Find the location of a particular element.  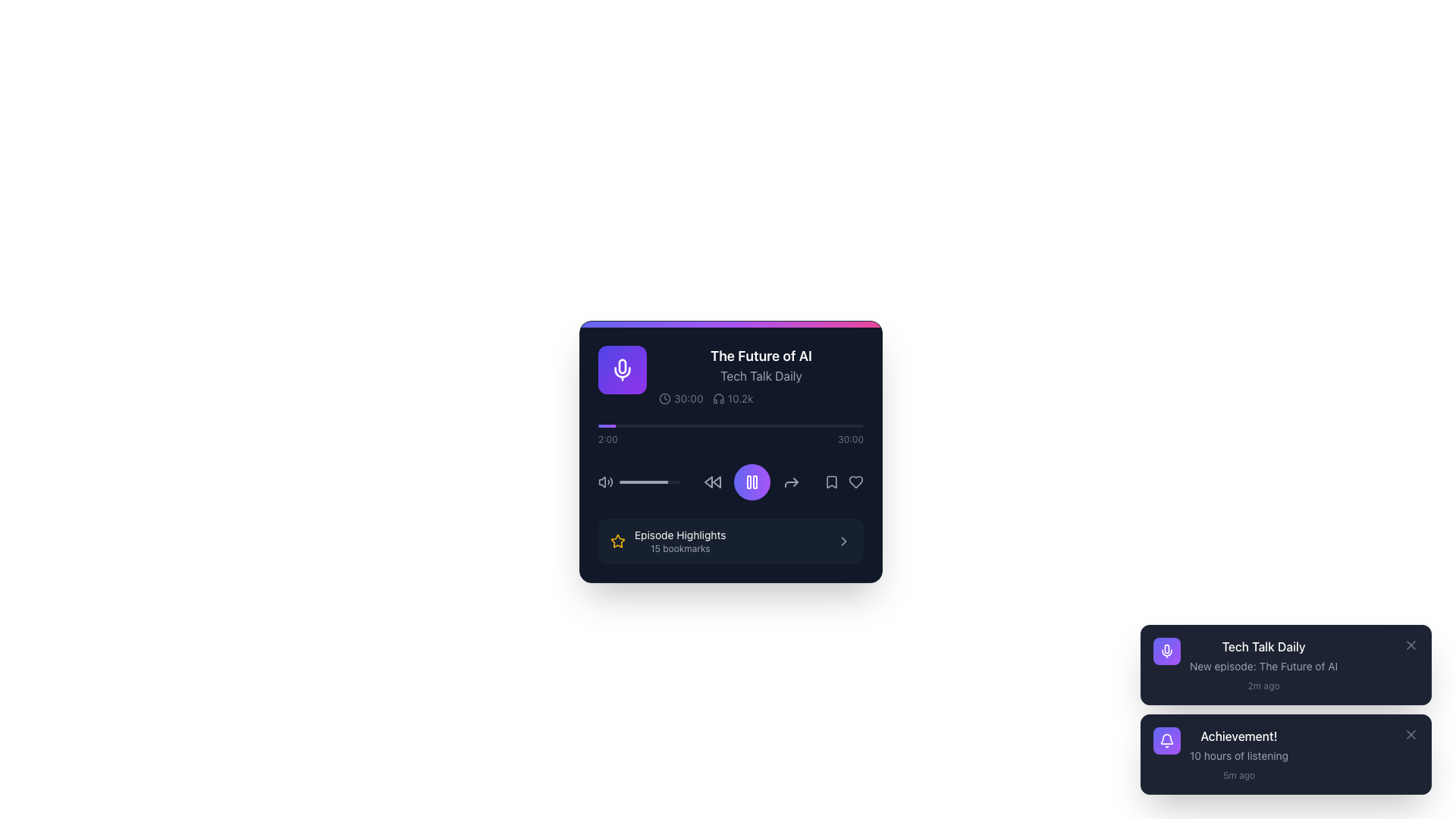

the circular pause button with a gradient background located centrally at the bottom segment of the card is located at coordinates (752, 482).